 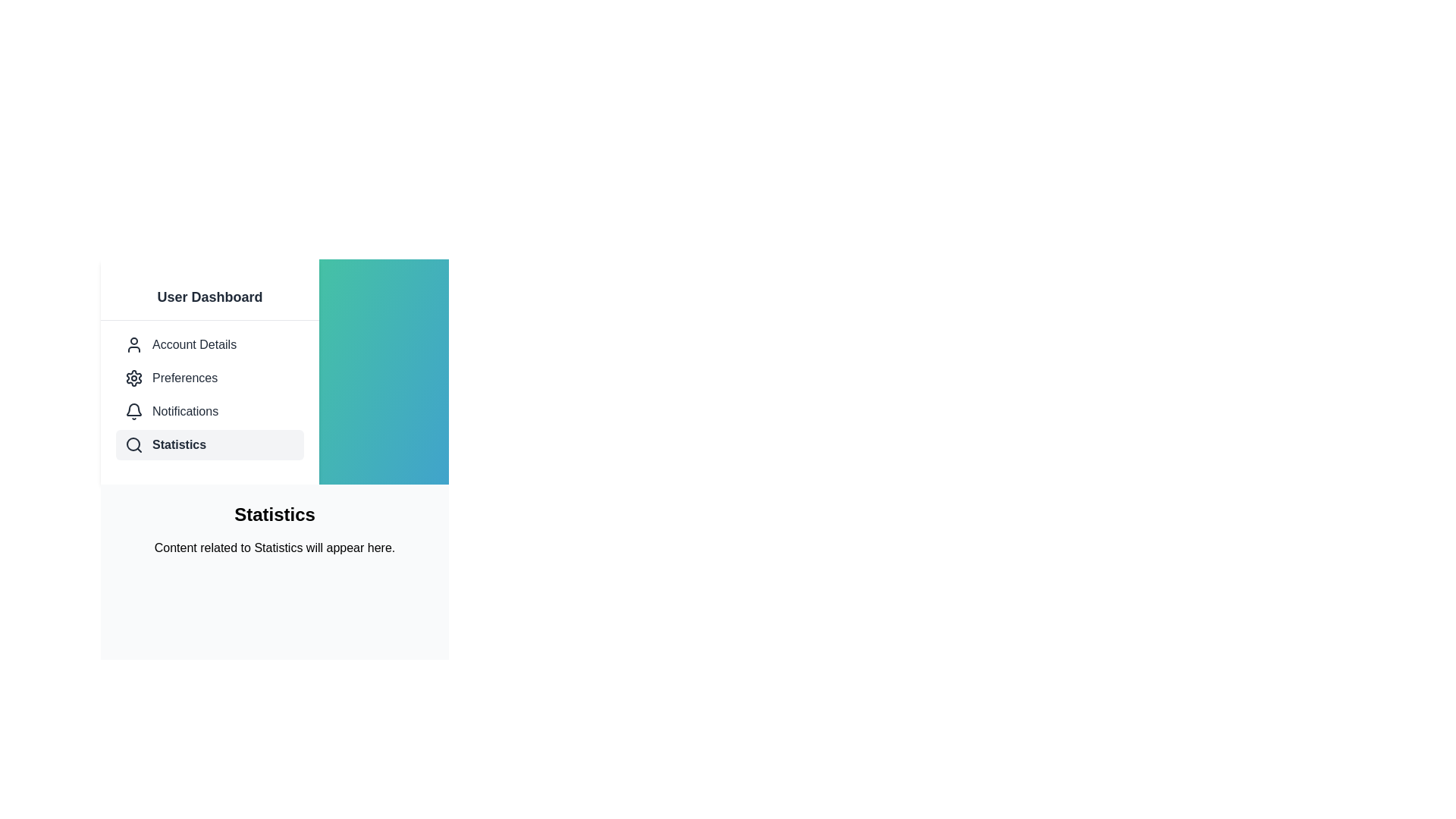 What do you see at coordinates (134, 409) in the screenshot?
I see `the bell-shaped notification icon located in the left sidebar navigation menu, positioned between the 'Preferences' label and 'Statistics' entry` at bounding box center [134, 409].